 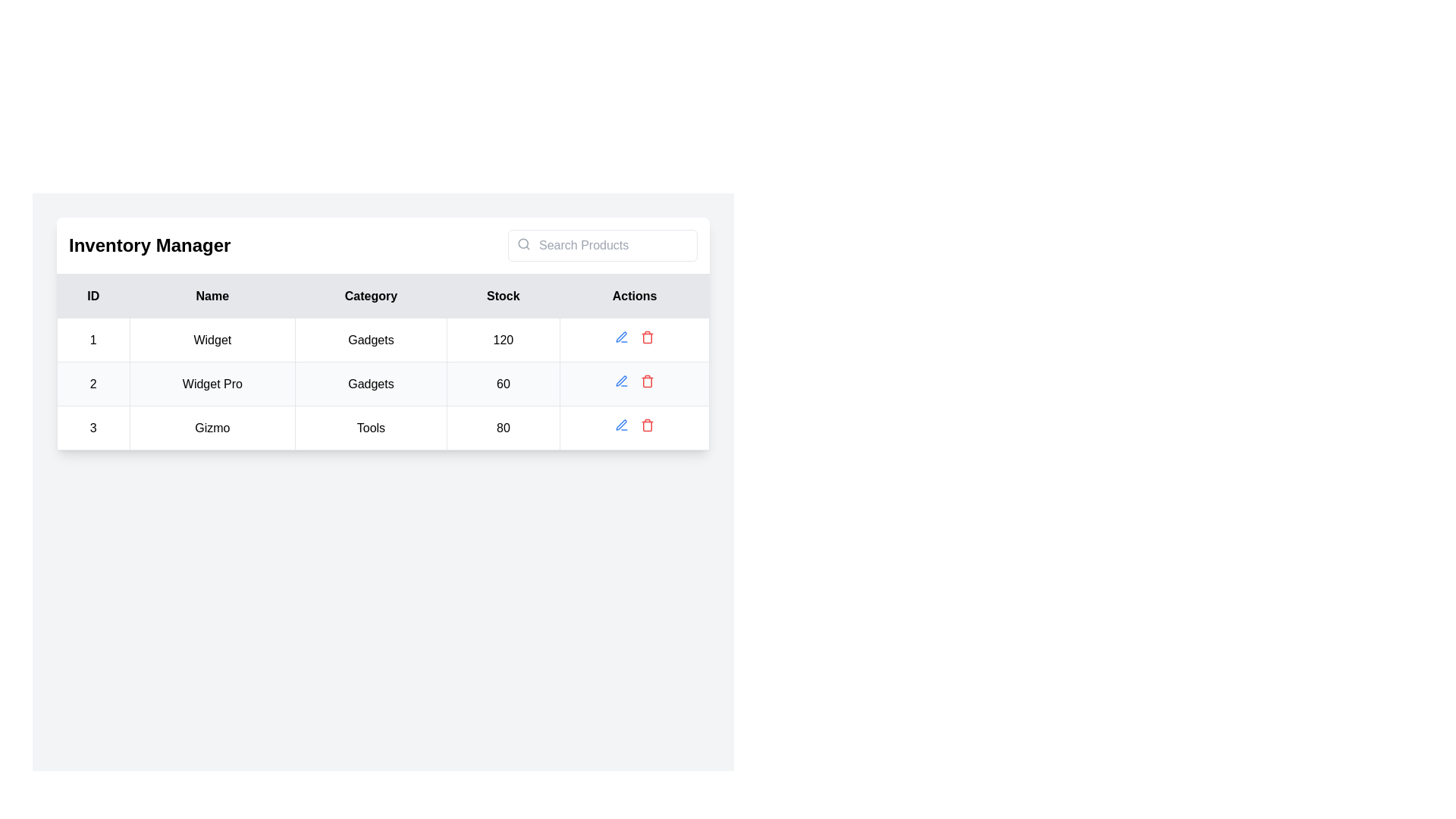 What do you see at coordinates (622, 380) in the screenshot?
I see `the blue-colored edit icon button in the Actions column of the table for the entry 'ID: 1', 'Name: Widget', 'Category: Gadgets' to trigger the hover effect` at bounding box center [622, 380].